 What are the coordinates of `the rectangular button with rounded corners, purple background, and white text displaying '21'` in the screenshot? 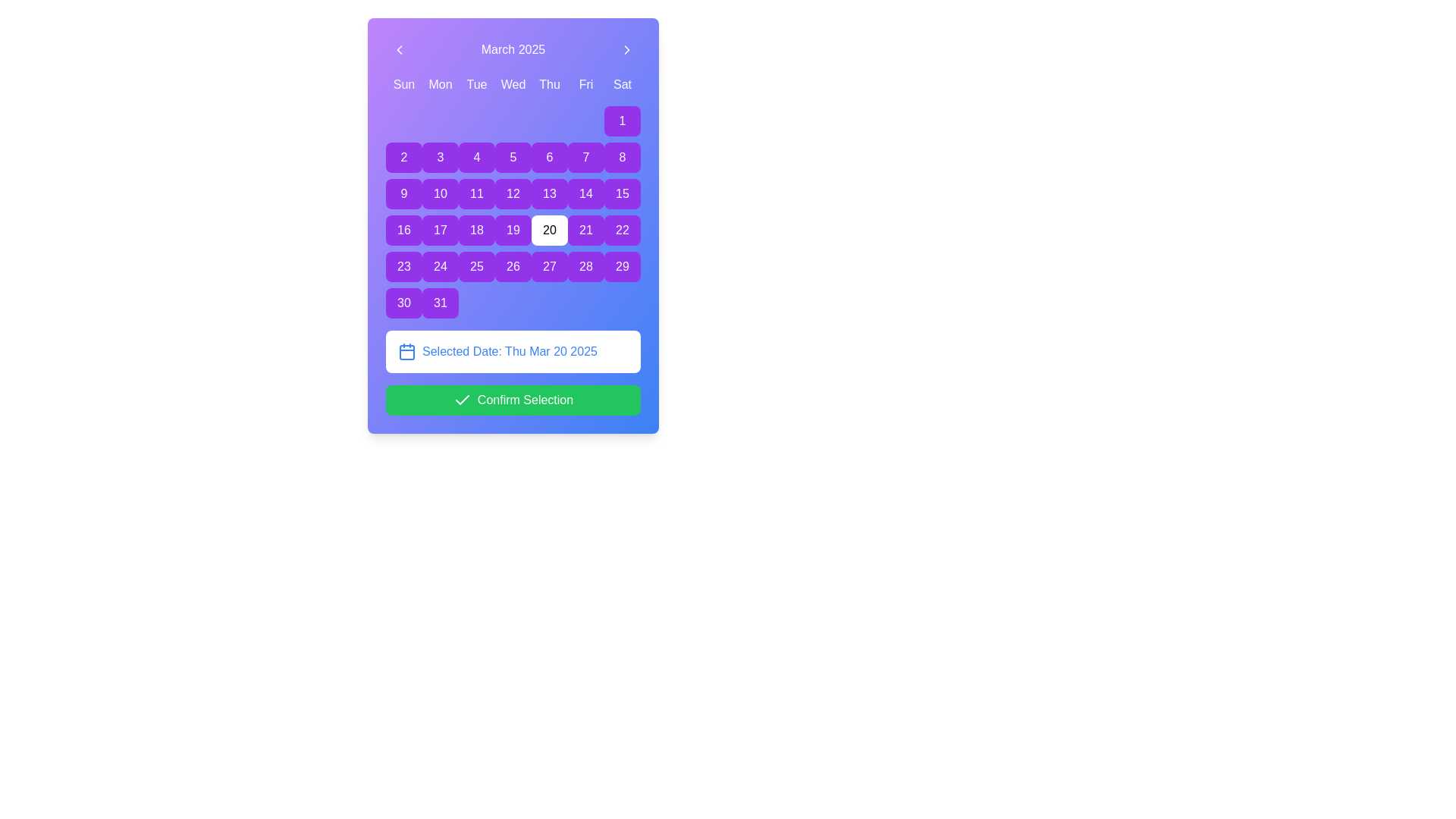 It's located at (585, 231).